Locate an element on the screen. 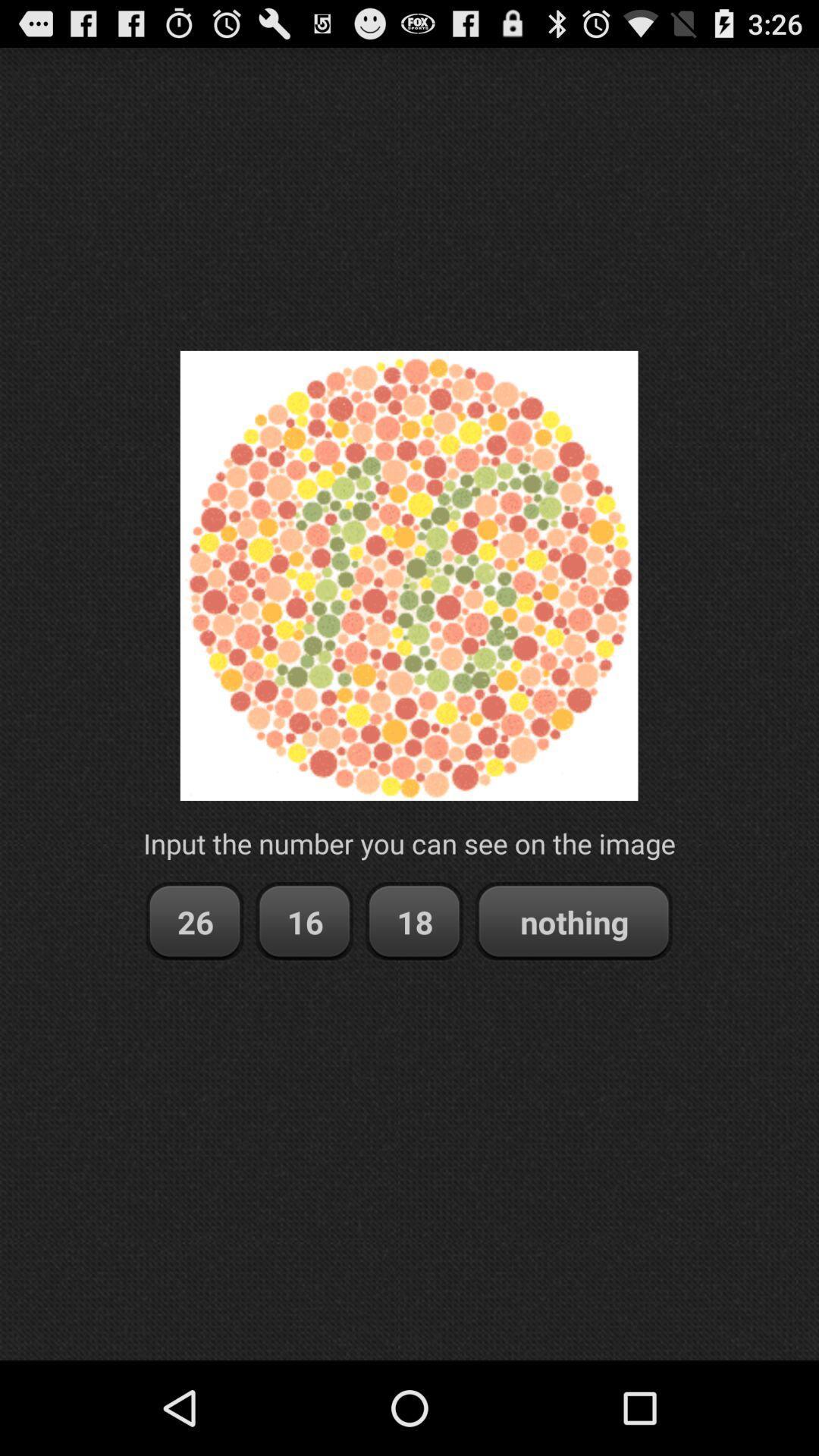 Image resolution: width=819 pixels, height=1456 pixels. the icon to the left of the 18 item is located at coordinates (304, 921).